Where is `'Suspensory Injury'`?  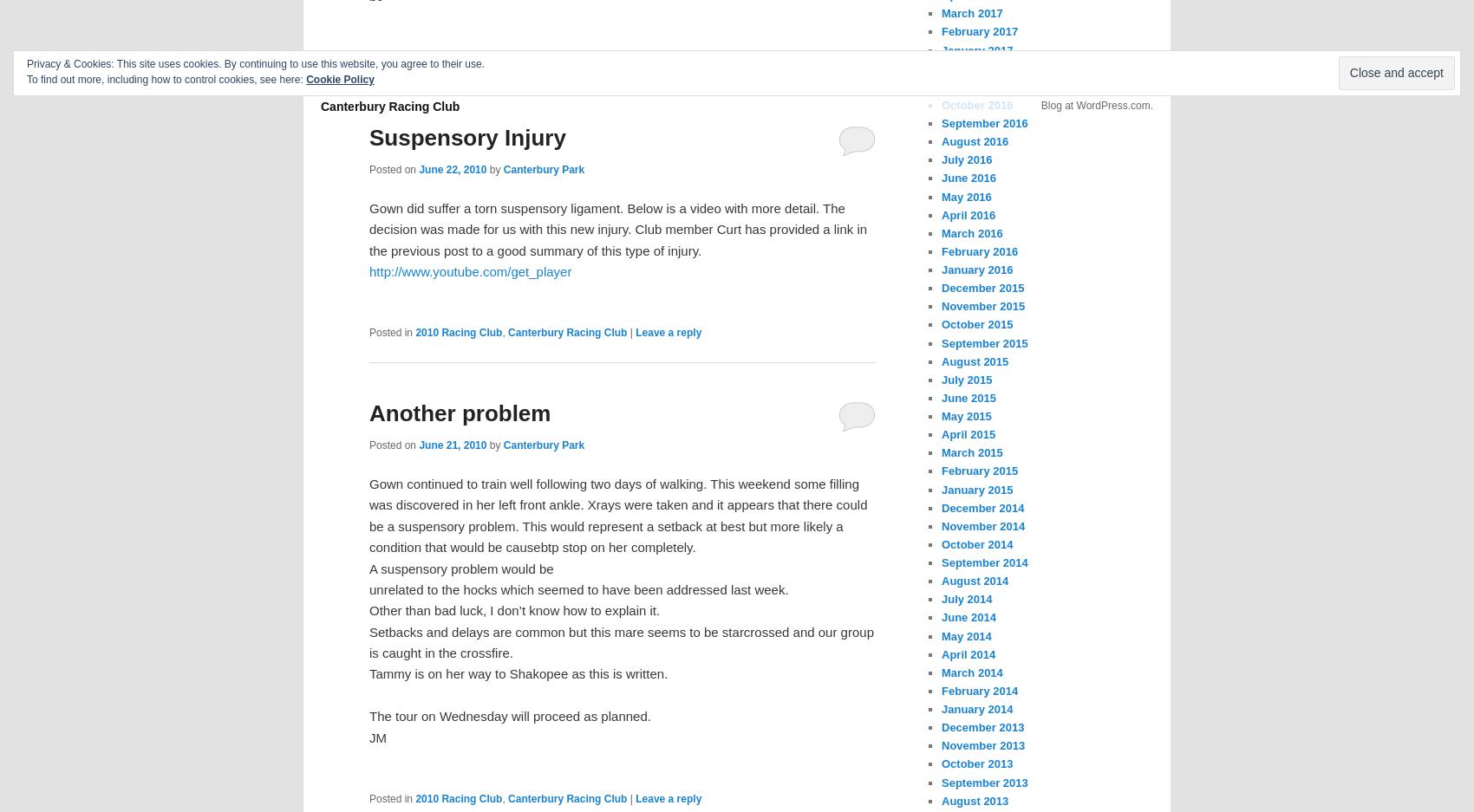 'Suspensory Injury' is located at coordinates (466, 135).